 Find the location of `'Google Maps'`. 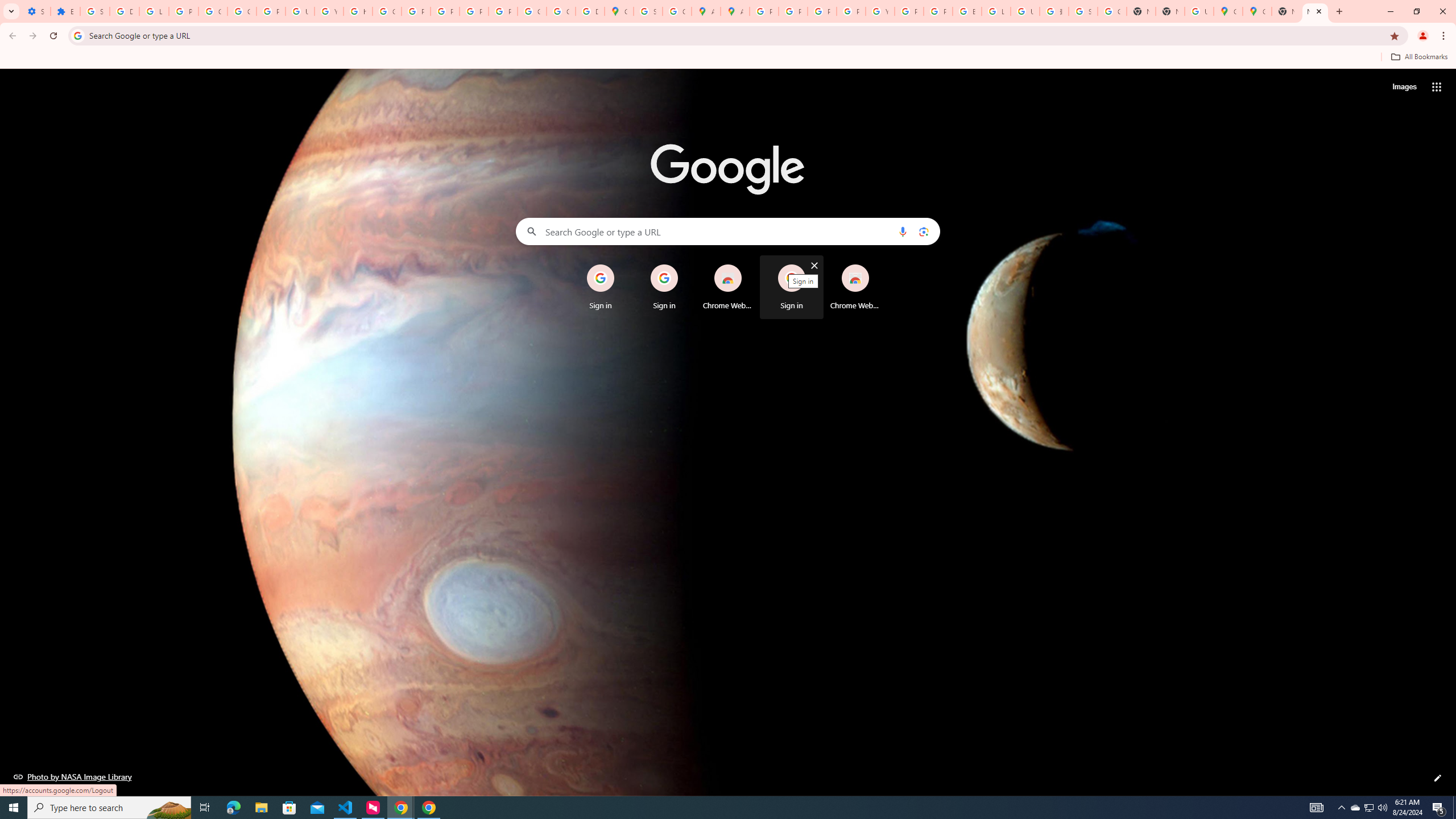

'Google Maps' is located at coordinates (1256, 11).